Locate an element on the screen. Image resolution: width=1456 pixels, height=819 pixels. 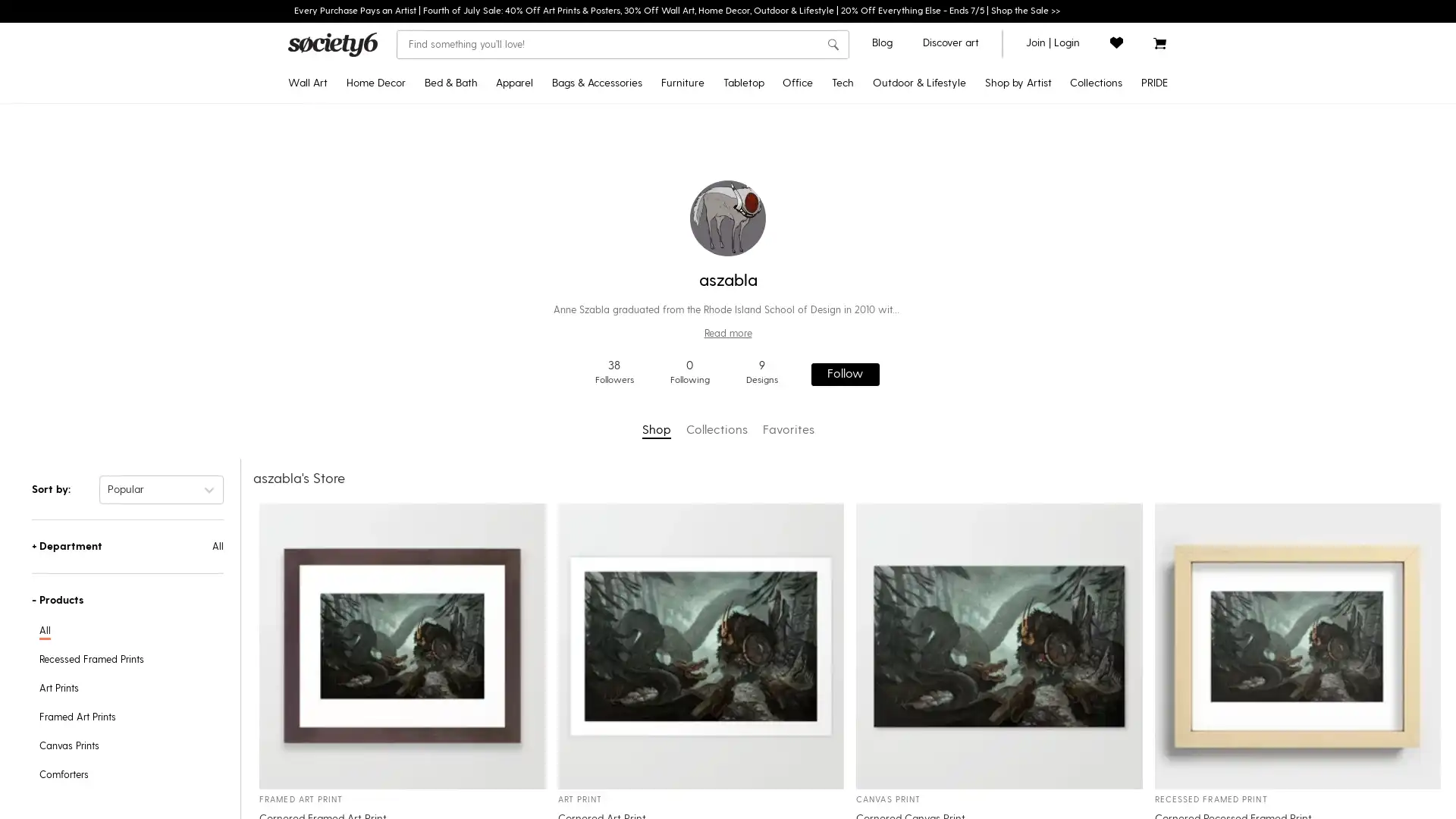
Wall Art is located at coordinates (307, 83).